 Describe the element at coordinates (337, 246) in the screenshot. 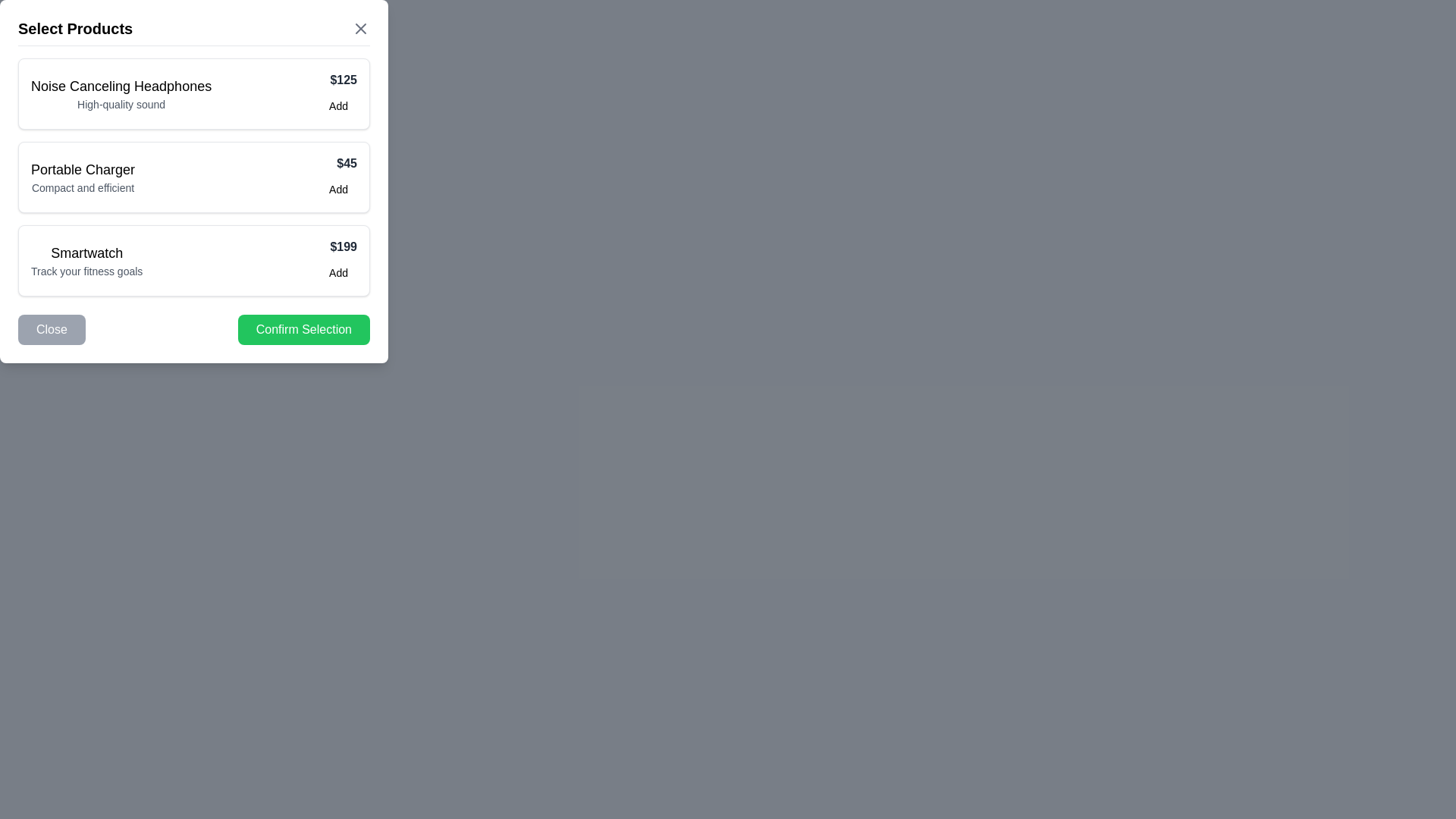

I see `the static text displaying the price '$199', which is bold and dark gray, located in the third row under the 'Smartwatch' product and aligned to the right above the 'Add' button` at that location.